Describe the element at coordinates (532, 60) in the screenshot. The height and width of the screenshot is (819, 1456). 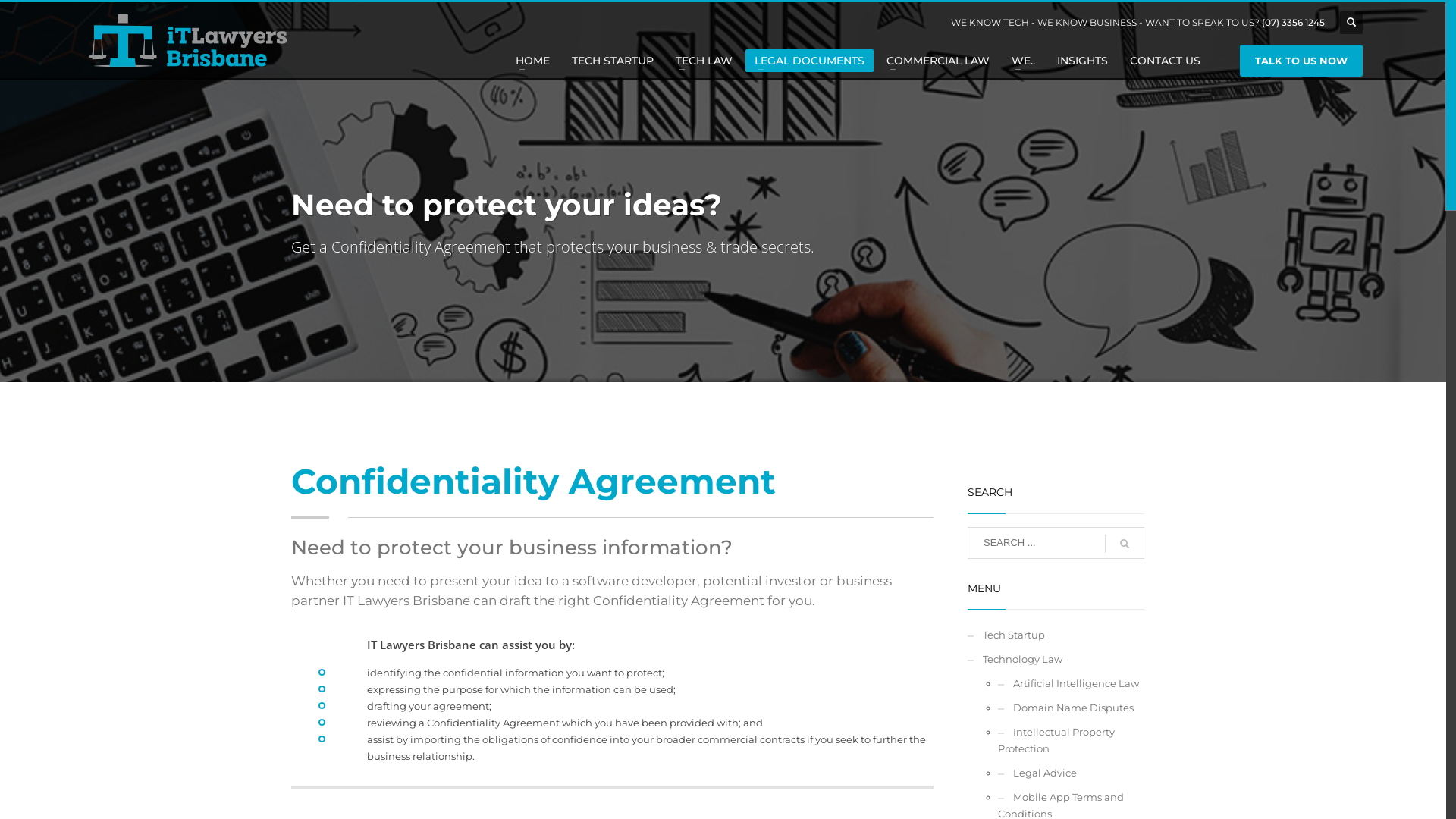
I see `'HOME'` at that location.